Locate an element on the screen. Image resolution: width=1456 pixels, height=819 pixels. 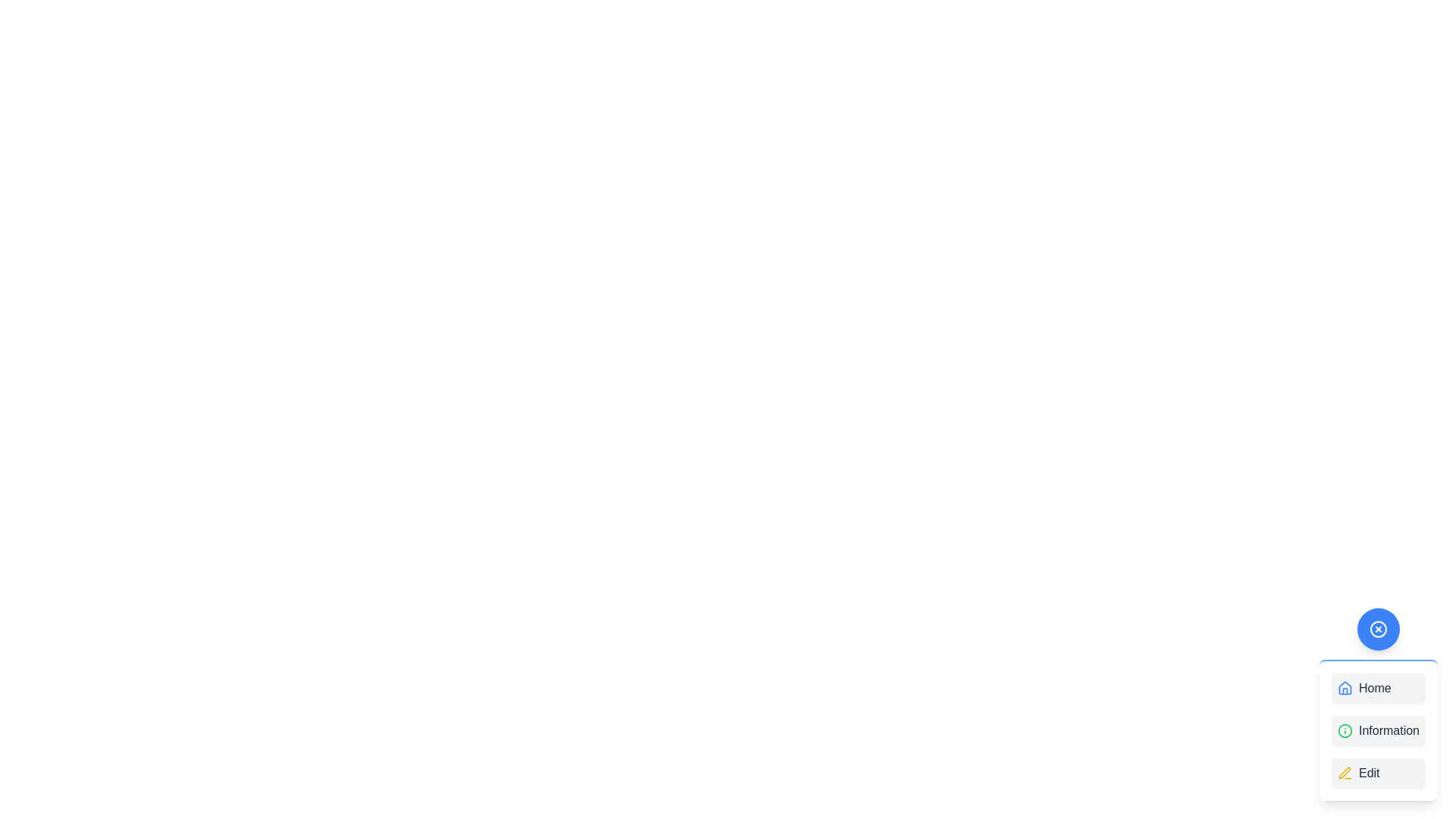
the 'Information' button located between the 'Home' and 'Edit' buttons is located at coordinates (1379, 730).